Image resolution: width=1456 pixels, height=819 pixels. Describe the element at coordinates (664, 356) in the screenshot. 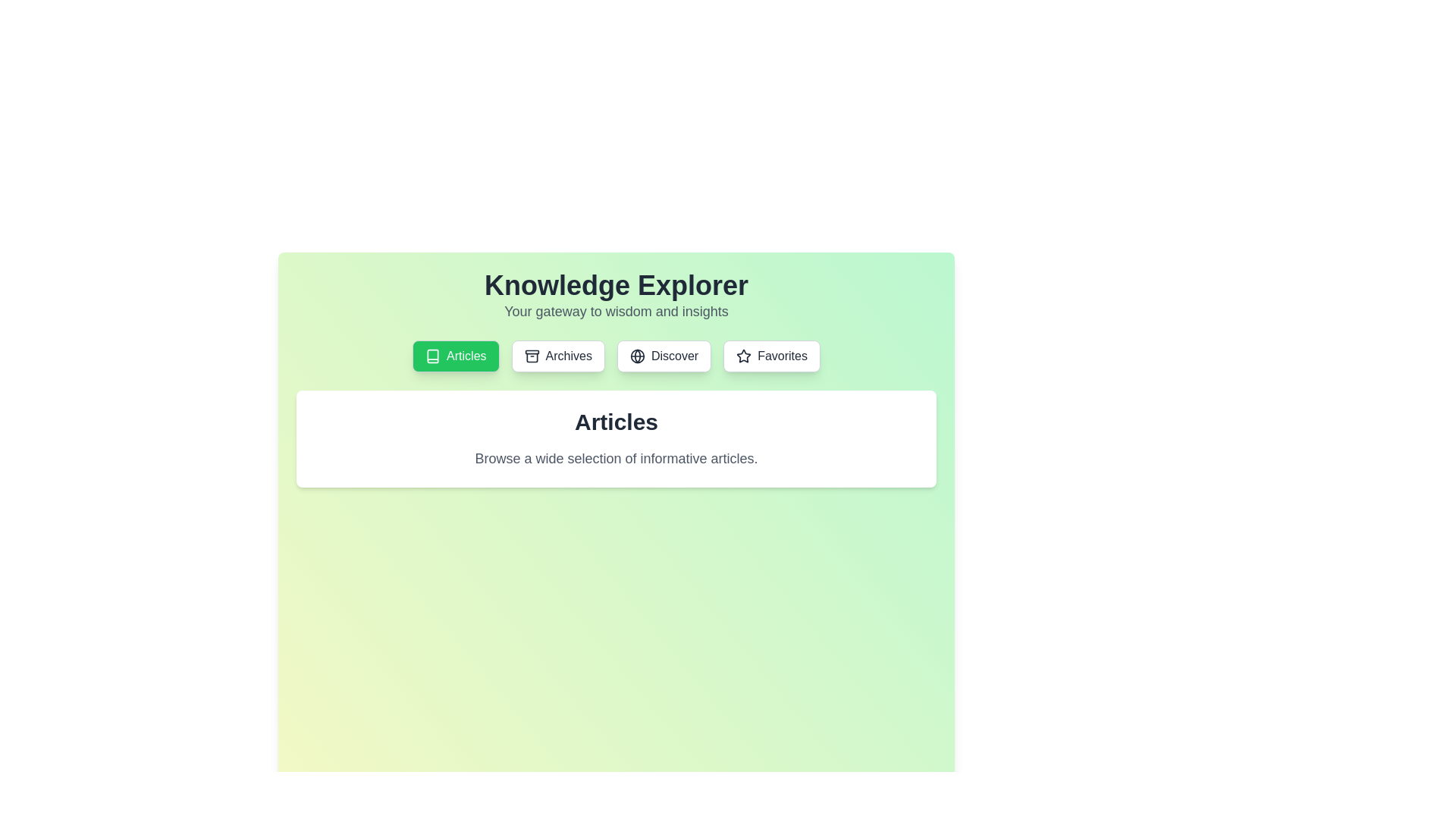

I see `the tab labeled Discover` at that location.